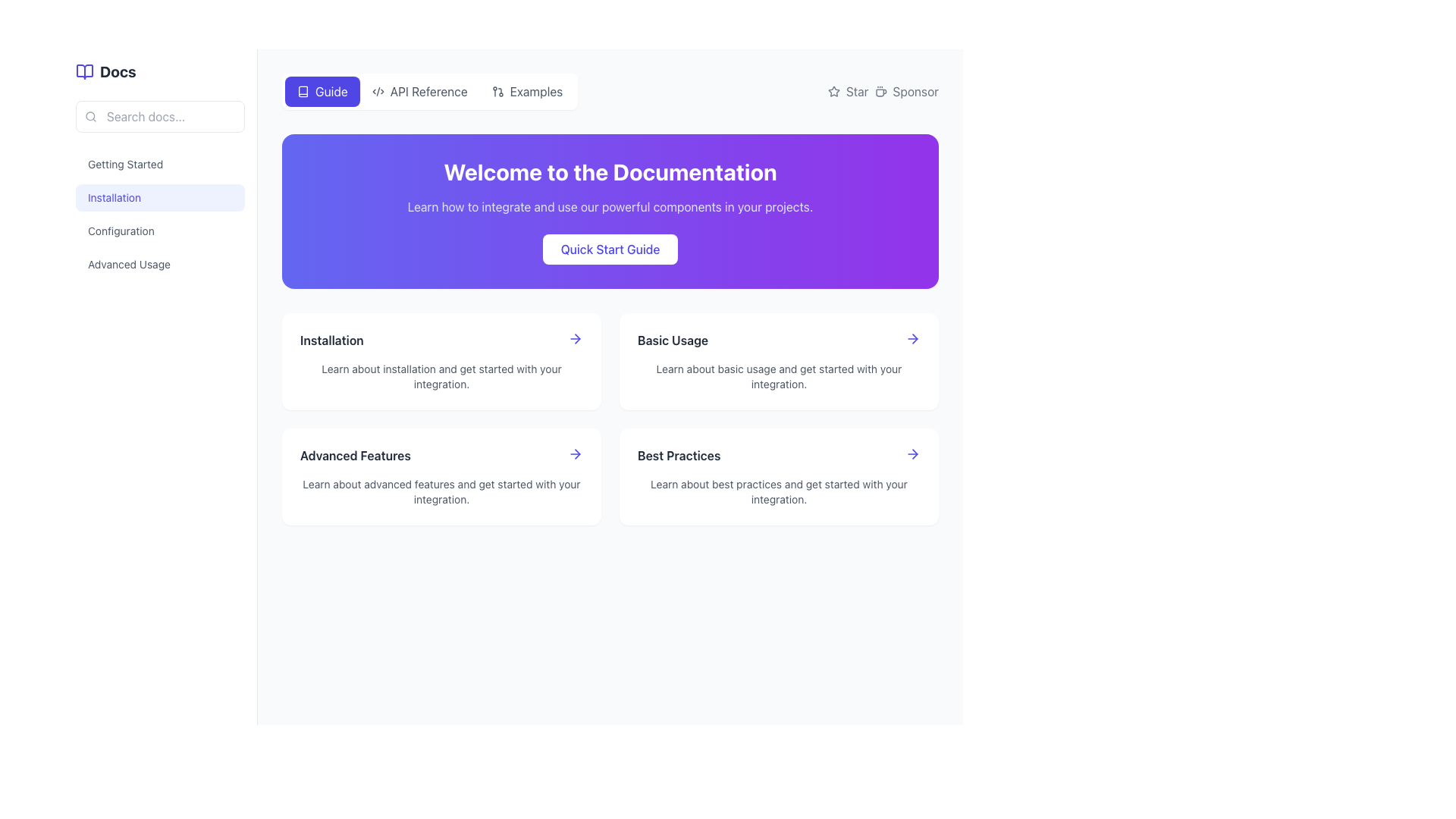  I want to click on the Banner with the call-to-action button labeled 'Quick Start Guide', so click(610, 211).